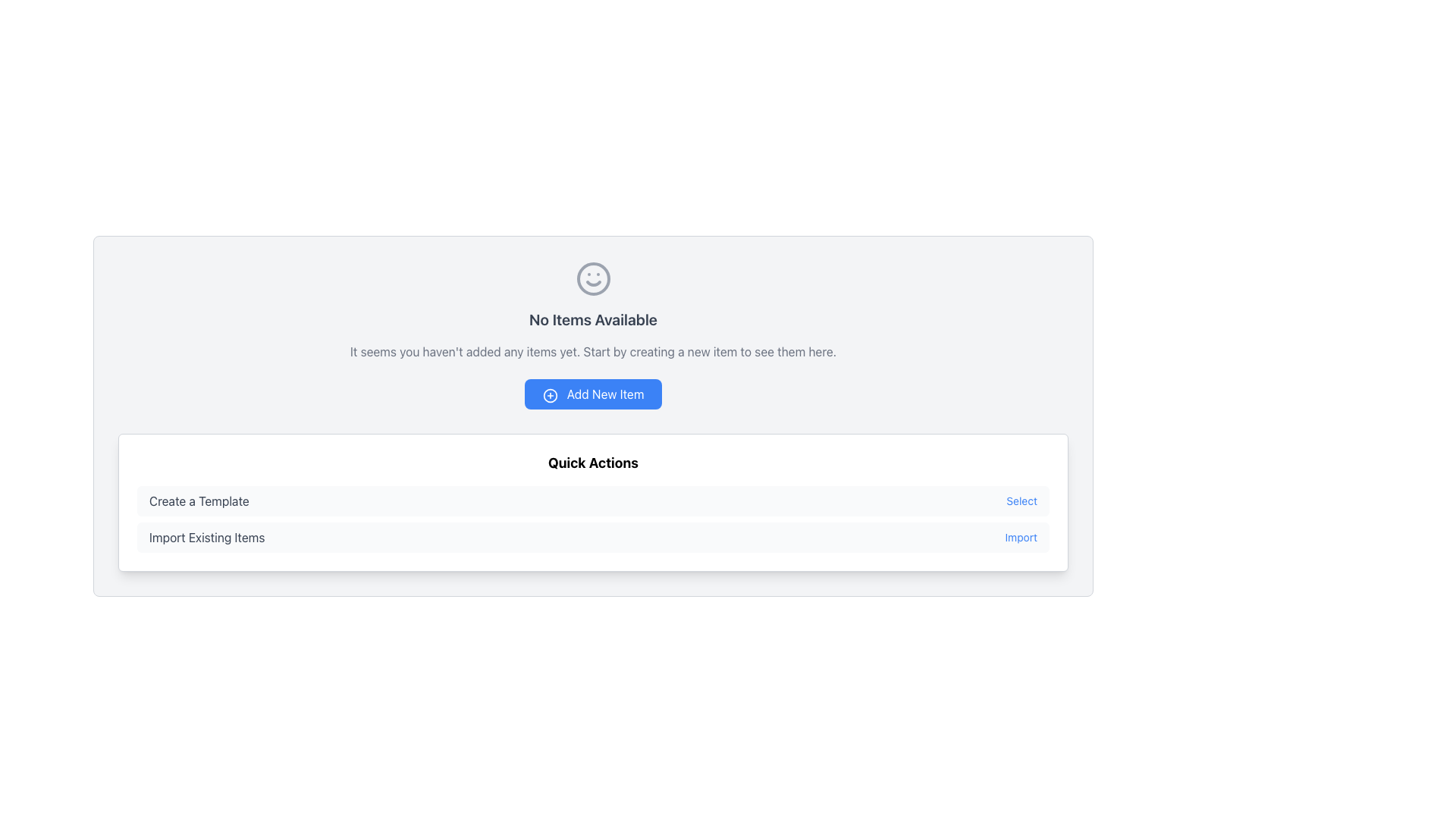 This screenshot has height=819, width=1456. Describe the element at coordinates (592, 394) in the screenshot. I see `the blue 'Add New Item' button with a white '+' icon to initiate item creation` at that location.